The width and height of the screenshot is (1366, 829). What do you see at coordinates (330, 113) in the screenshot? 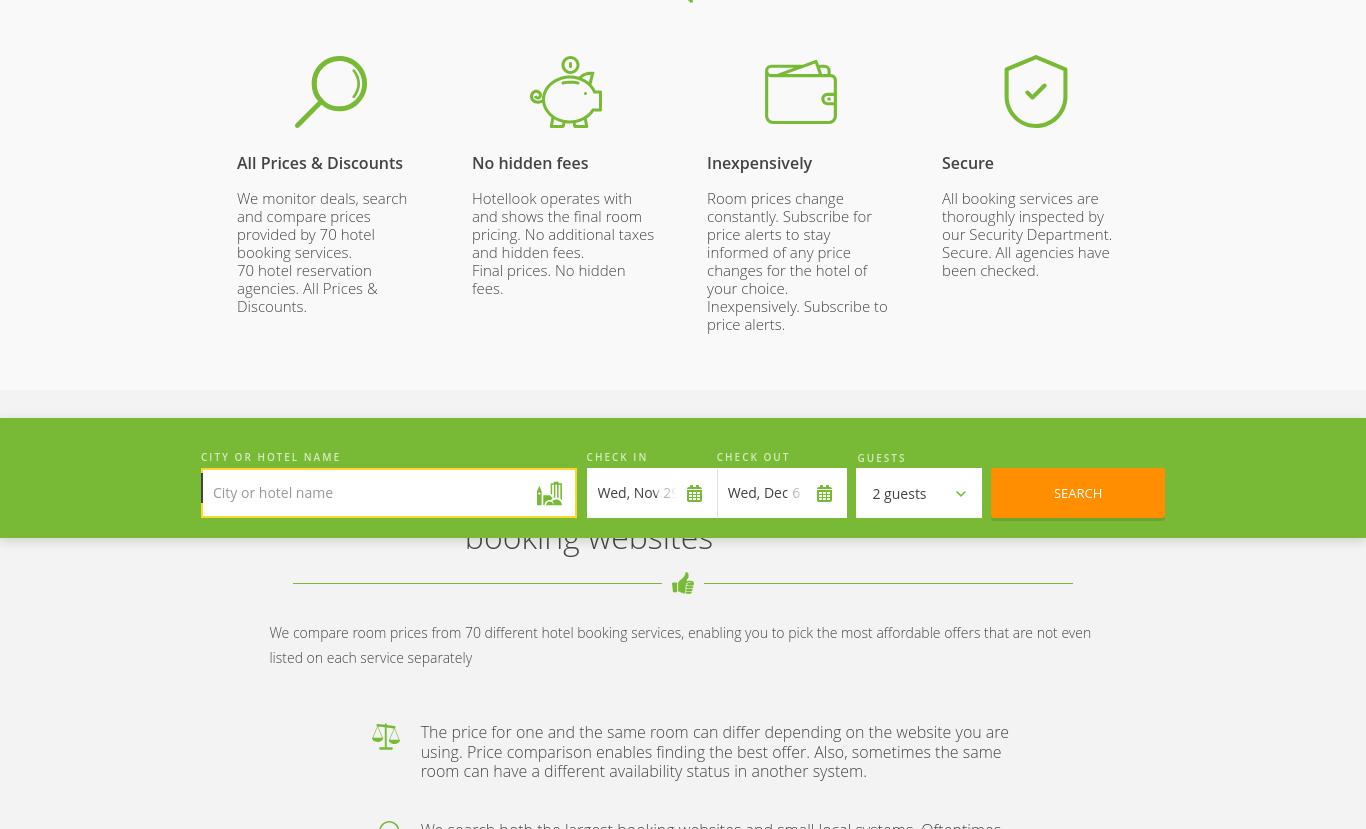
I see `'252 000'` at bounding box center [330, 113].